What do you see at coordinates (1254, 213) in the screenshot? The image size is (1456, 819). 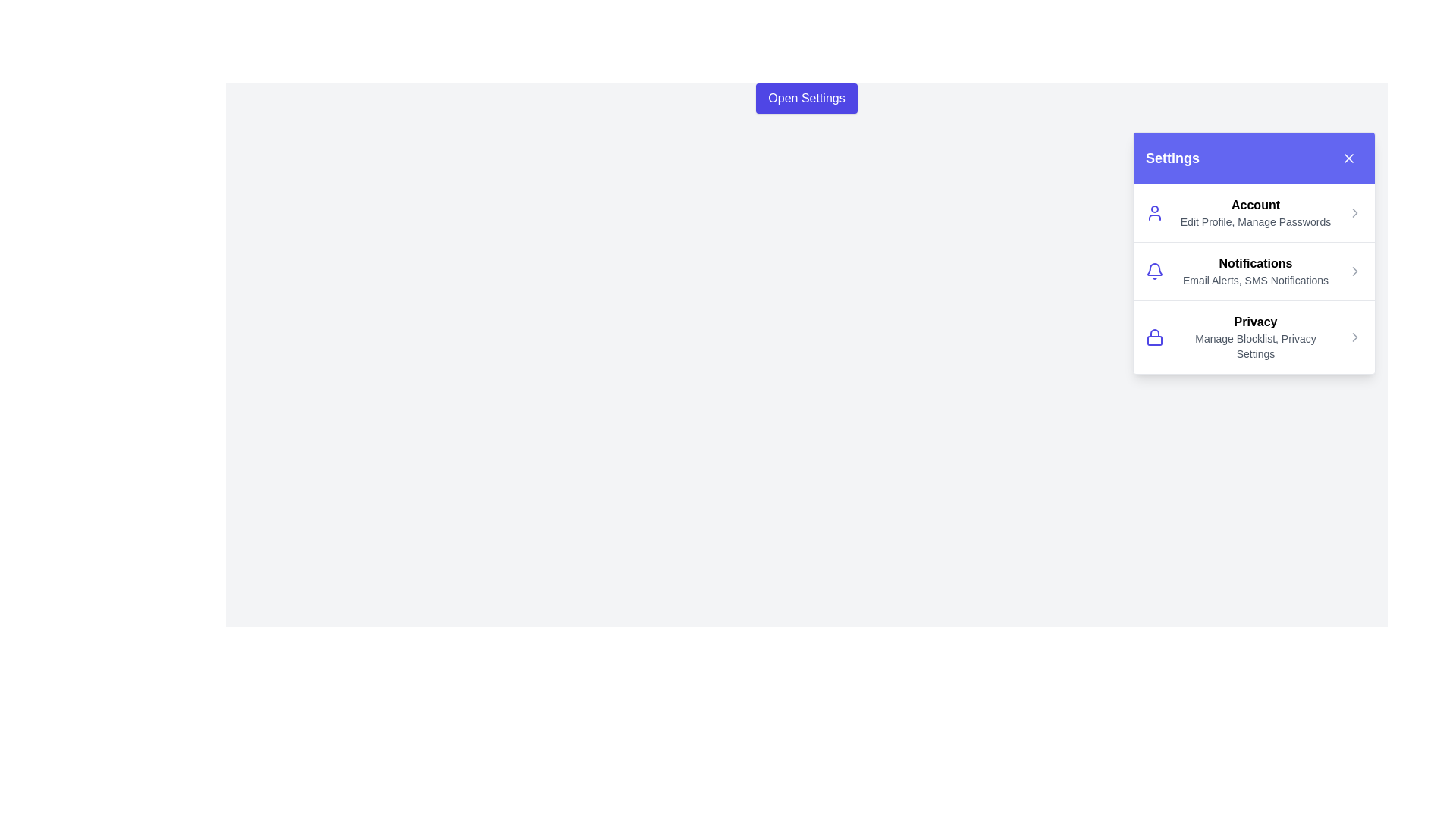 I see `the first item in the vertical navigation list within the settings panel` at bounding box center [1254, 213].